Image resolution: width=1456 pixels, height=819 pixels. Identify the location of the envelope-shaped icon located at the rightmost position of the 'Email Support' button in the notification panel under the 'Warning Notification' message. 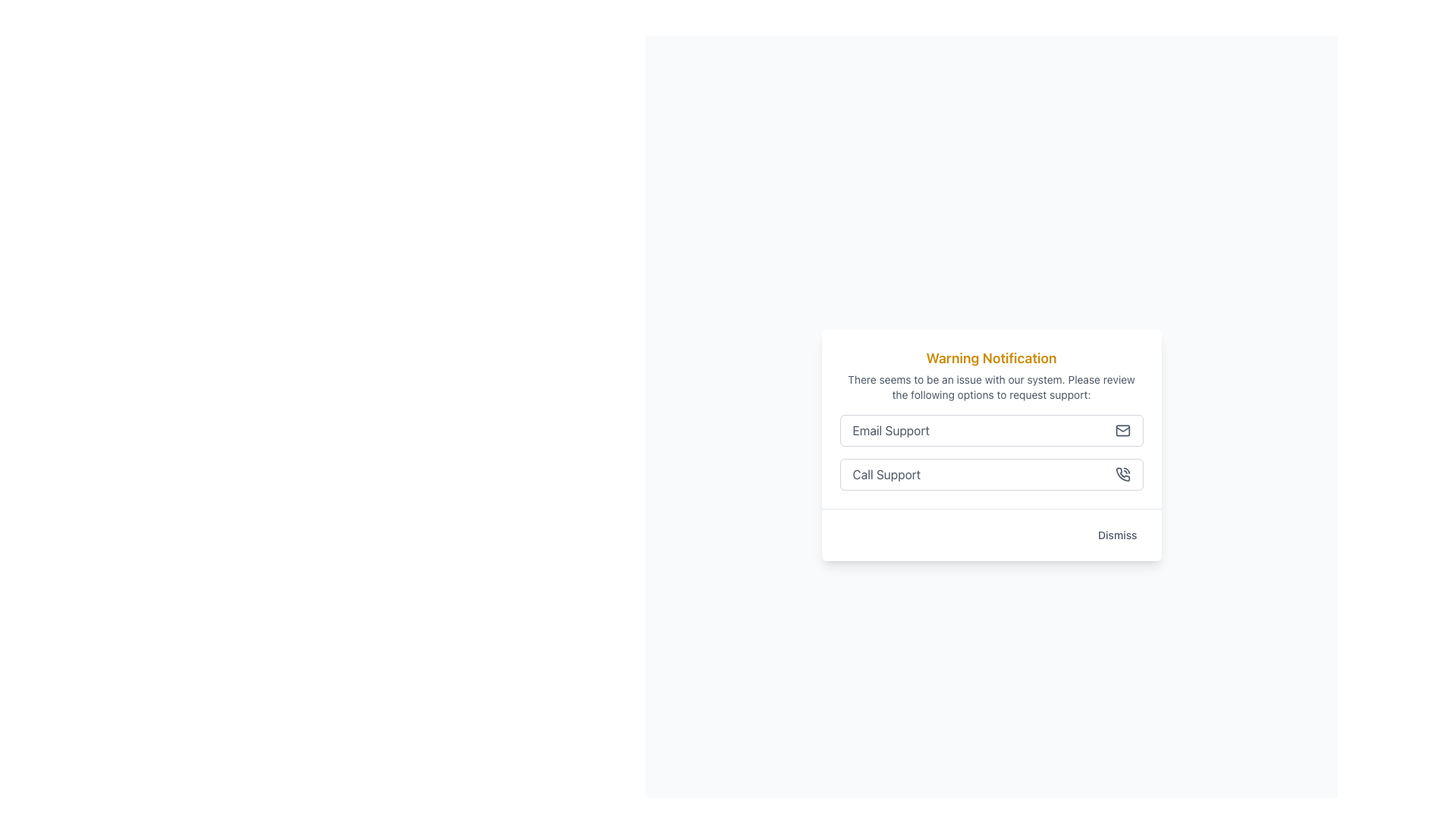
(1122, 430).